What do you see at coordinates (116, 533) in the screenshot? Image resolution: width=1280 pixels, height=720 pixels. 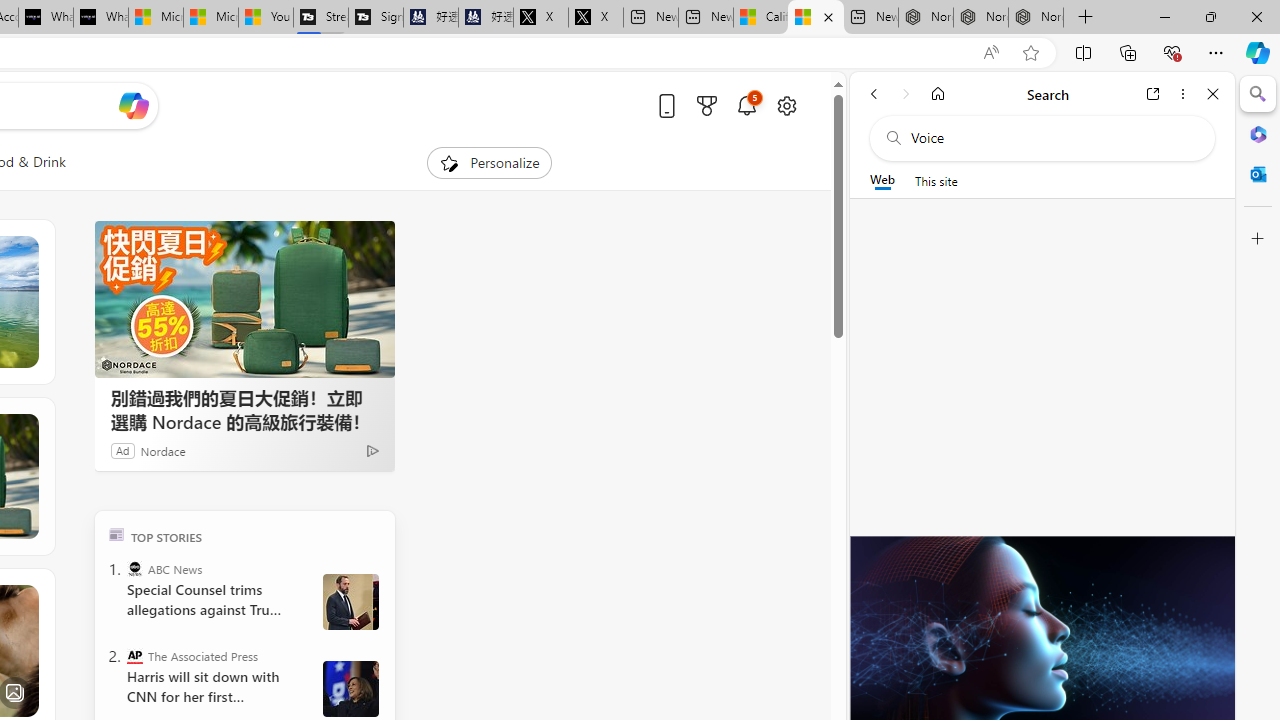 I see `'TOP'` at bounding box center [116, 533].